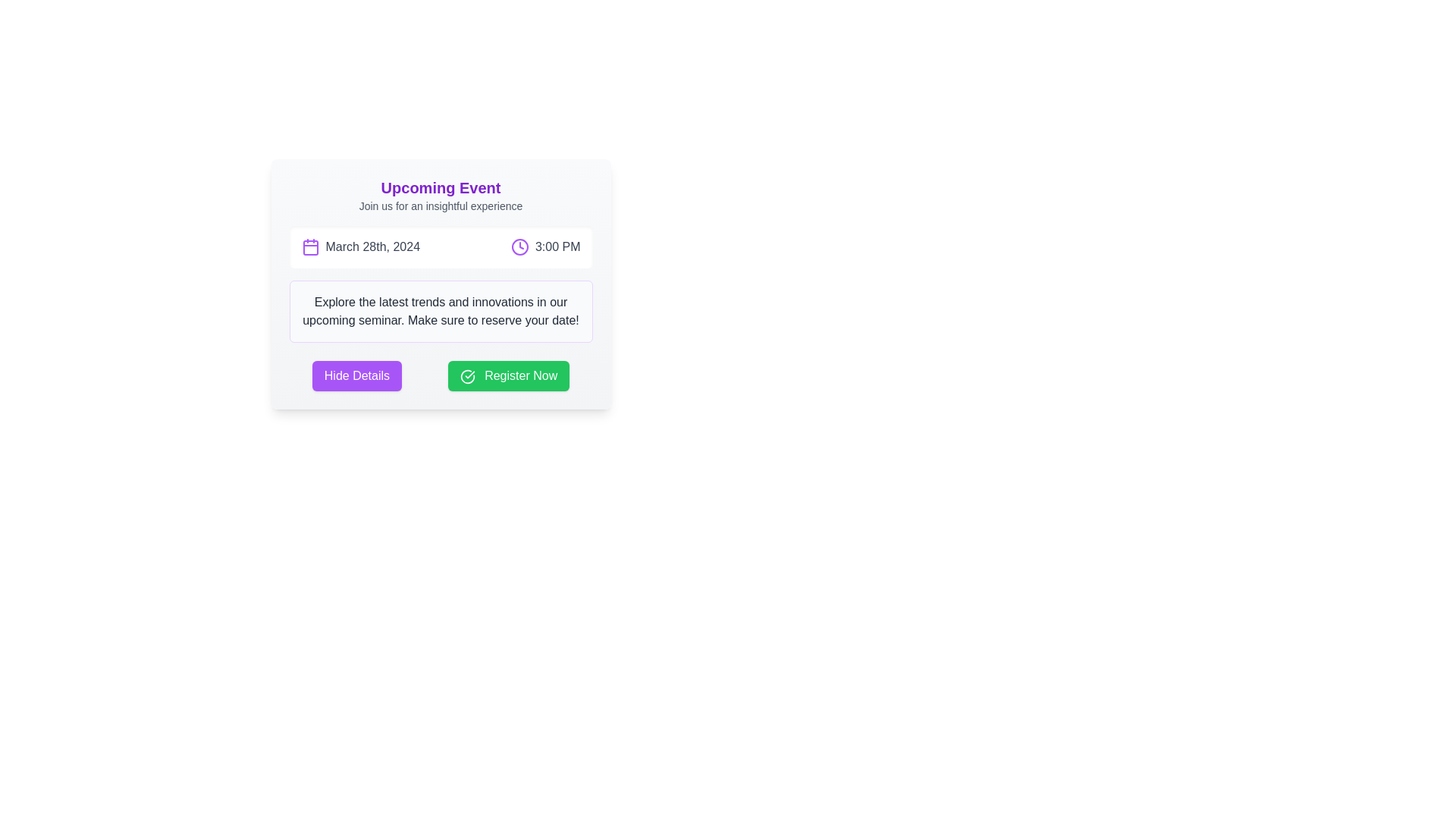 This screenshot has height=819, width=1456. I want to click on the event registration button located at the bottom-right of the event details box, so click(509, 375).